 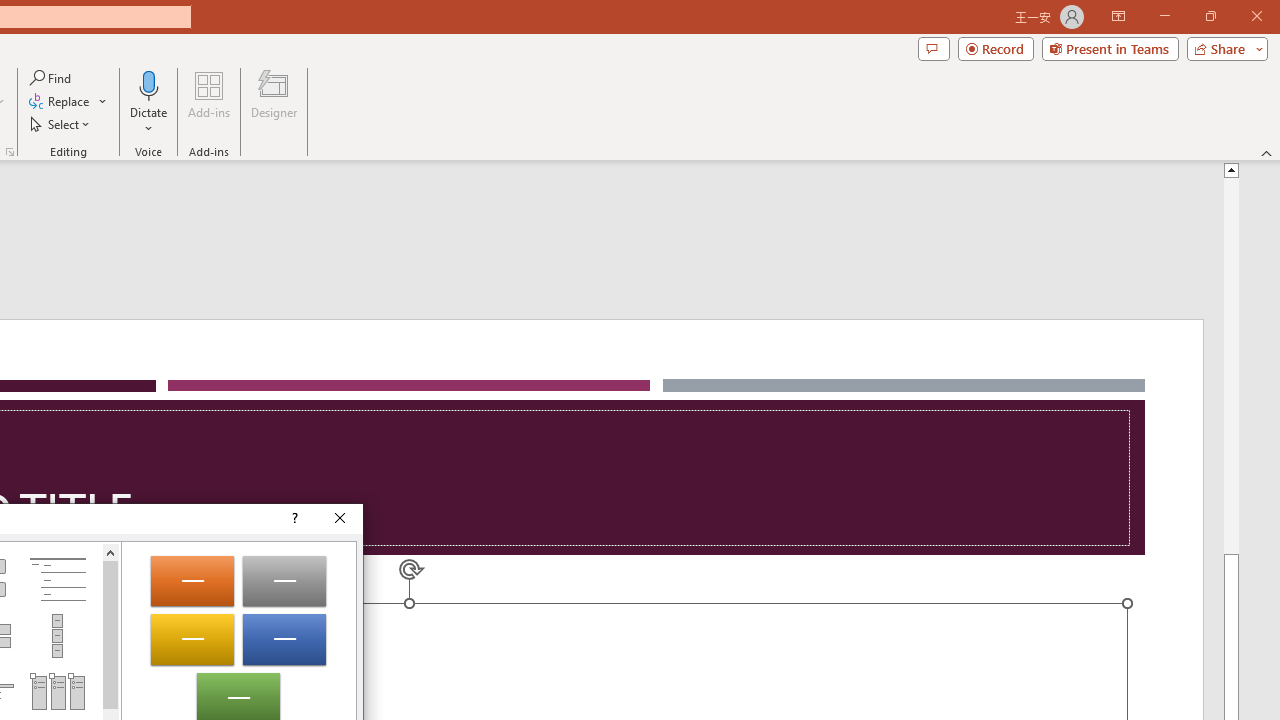 I want to click on 'Close', so click(x=340, y=518).